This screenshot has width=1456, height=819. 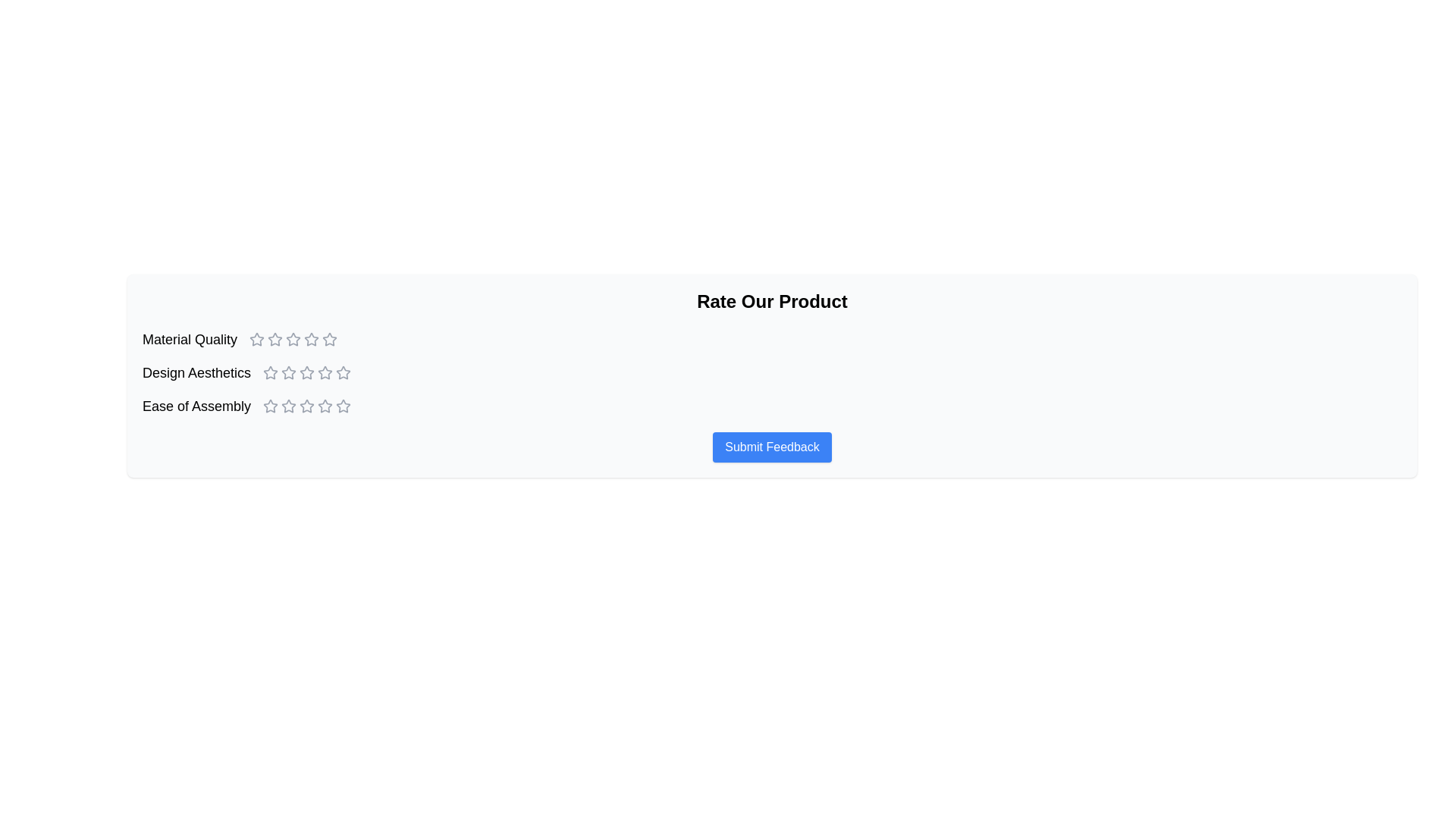 What do you see at coordinates (343, 372) in the screenshot?
I see `the second star in the five-star rating component under the 'Design Aesthetics' category` at bounding box center [343, 372].